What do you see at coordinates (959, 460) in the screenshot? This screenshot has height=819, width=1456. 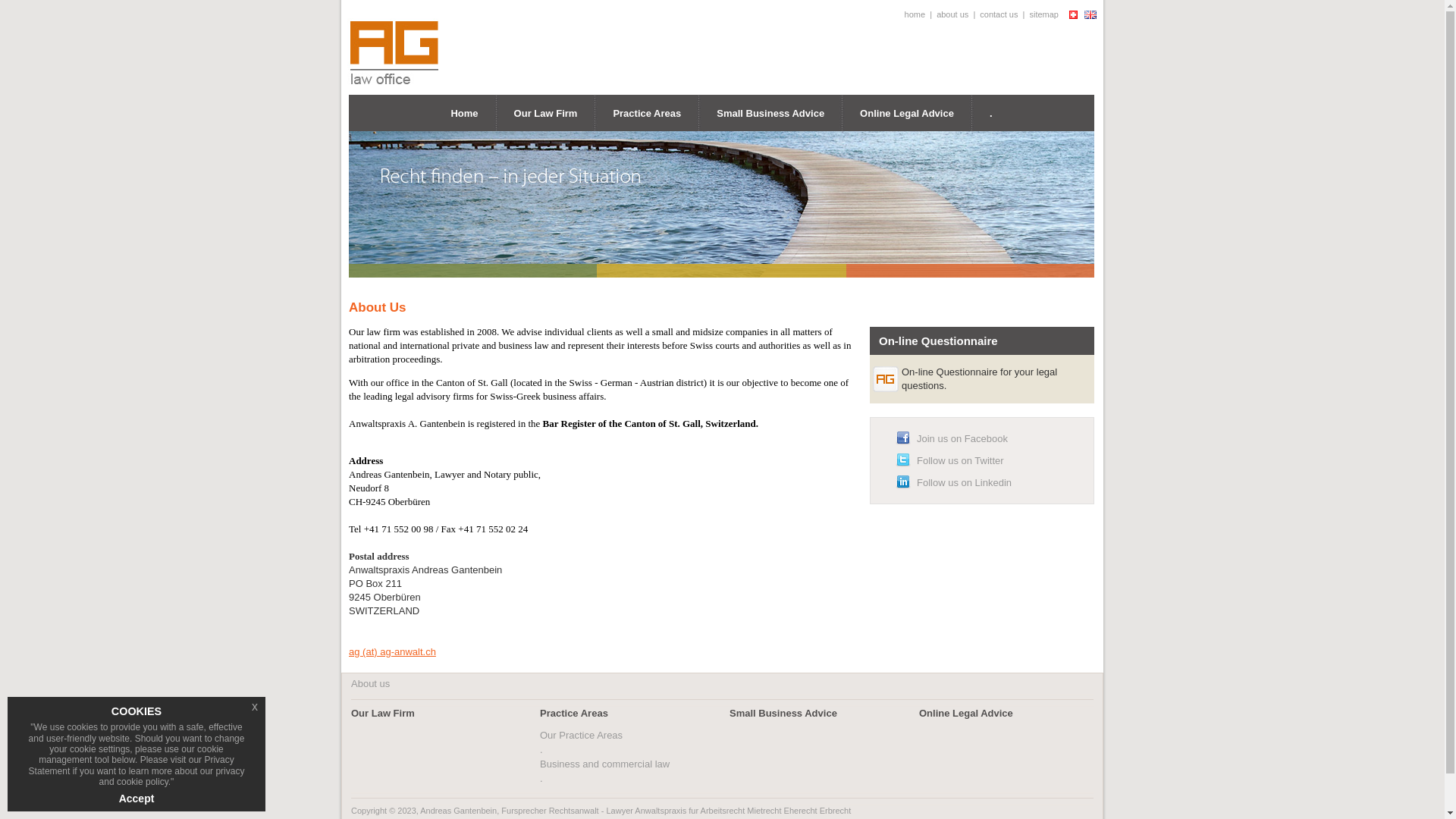 I see `'Follow us on Twitter'` at bounding box center [959, 460].